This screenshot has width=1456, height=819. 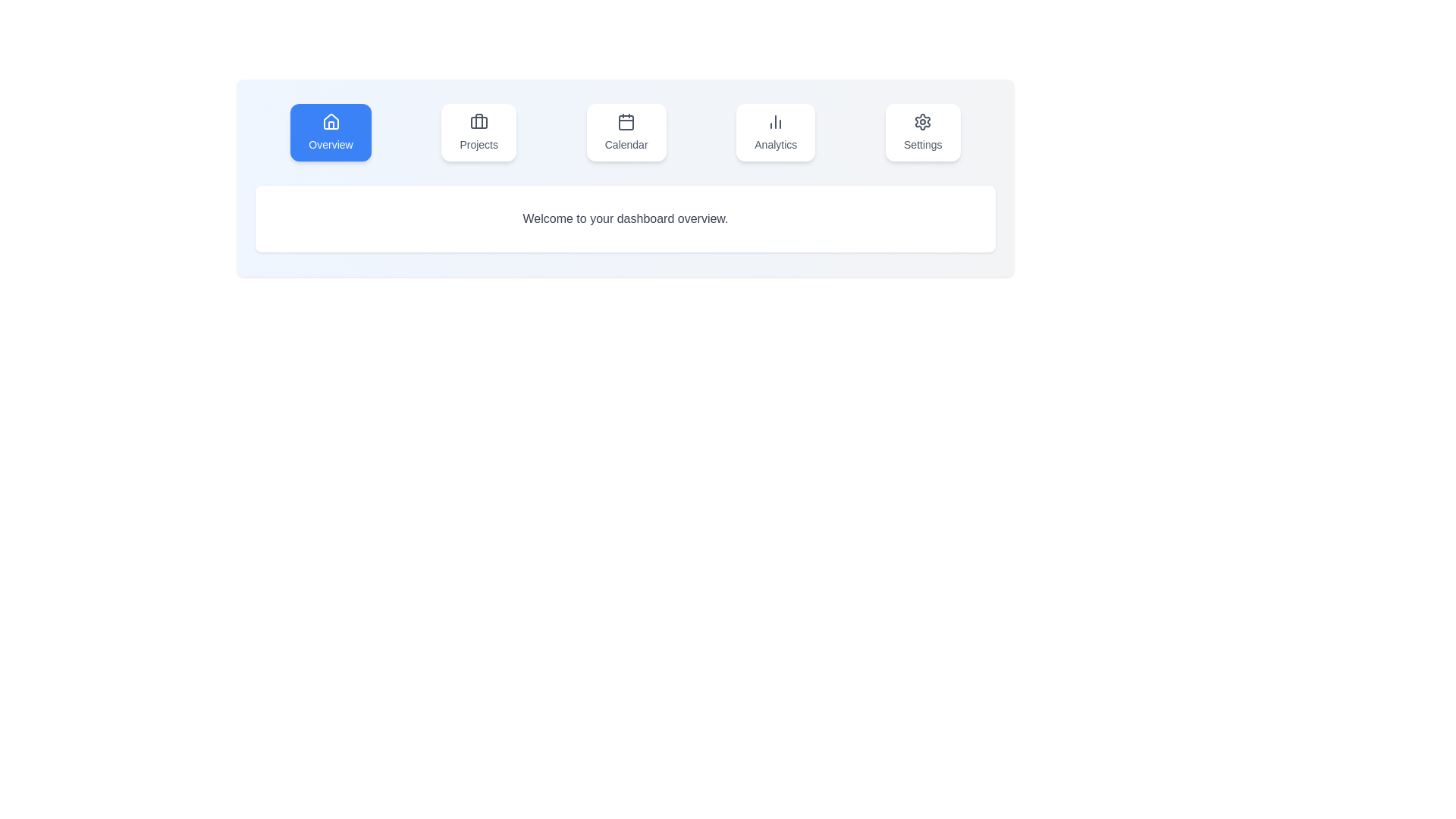 I want to click on the calendar icon, which is part of a raised rectangular button labeled 'Calendar', positioned between the 'Projects' and 'Analytics' buttons, so click(x=626, y=121).